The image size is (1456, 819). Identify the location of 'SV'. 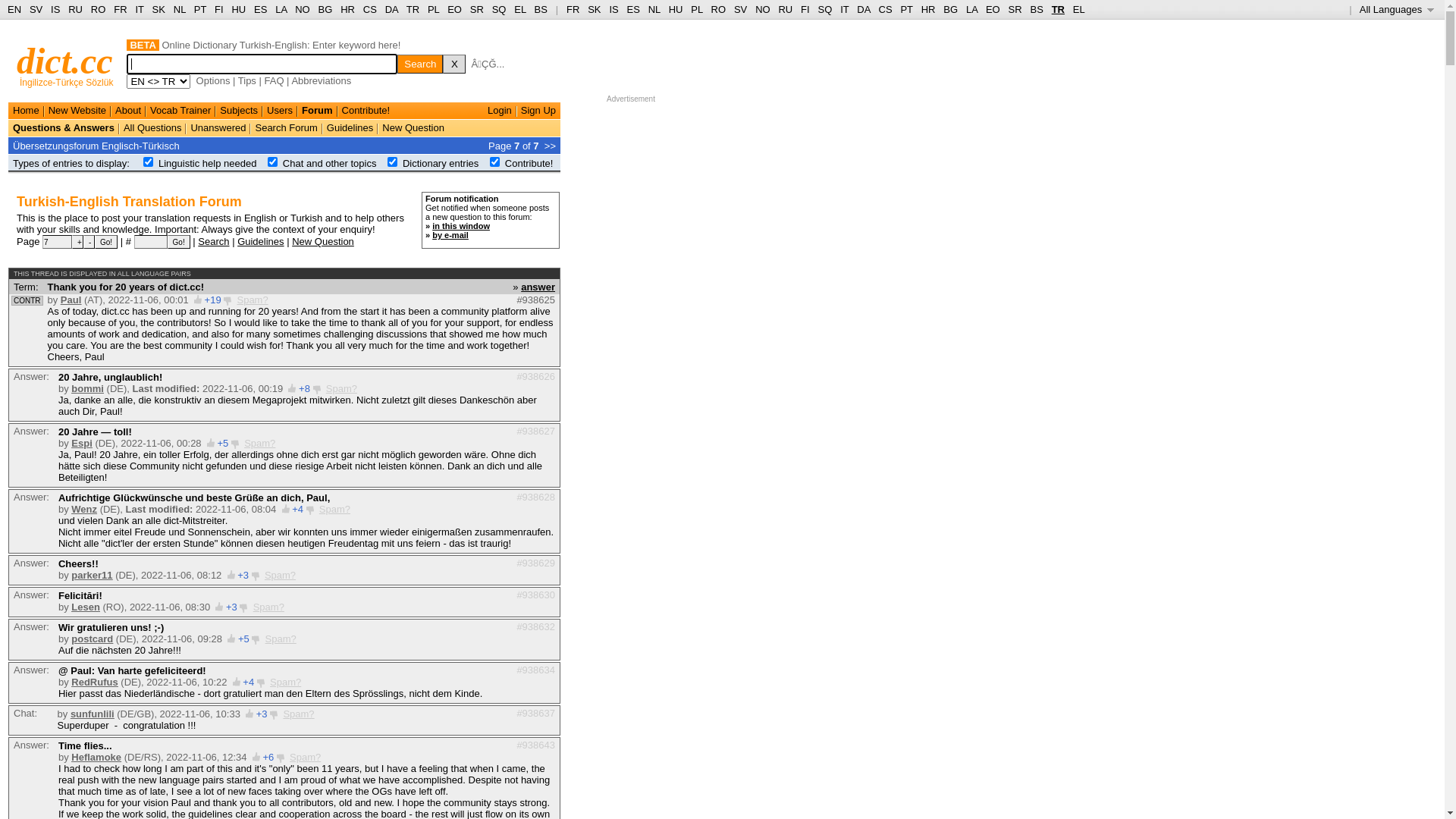
(36, 9).